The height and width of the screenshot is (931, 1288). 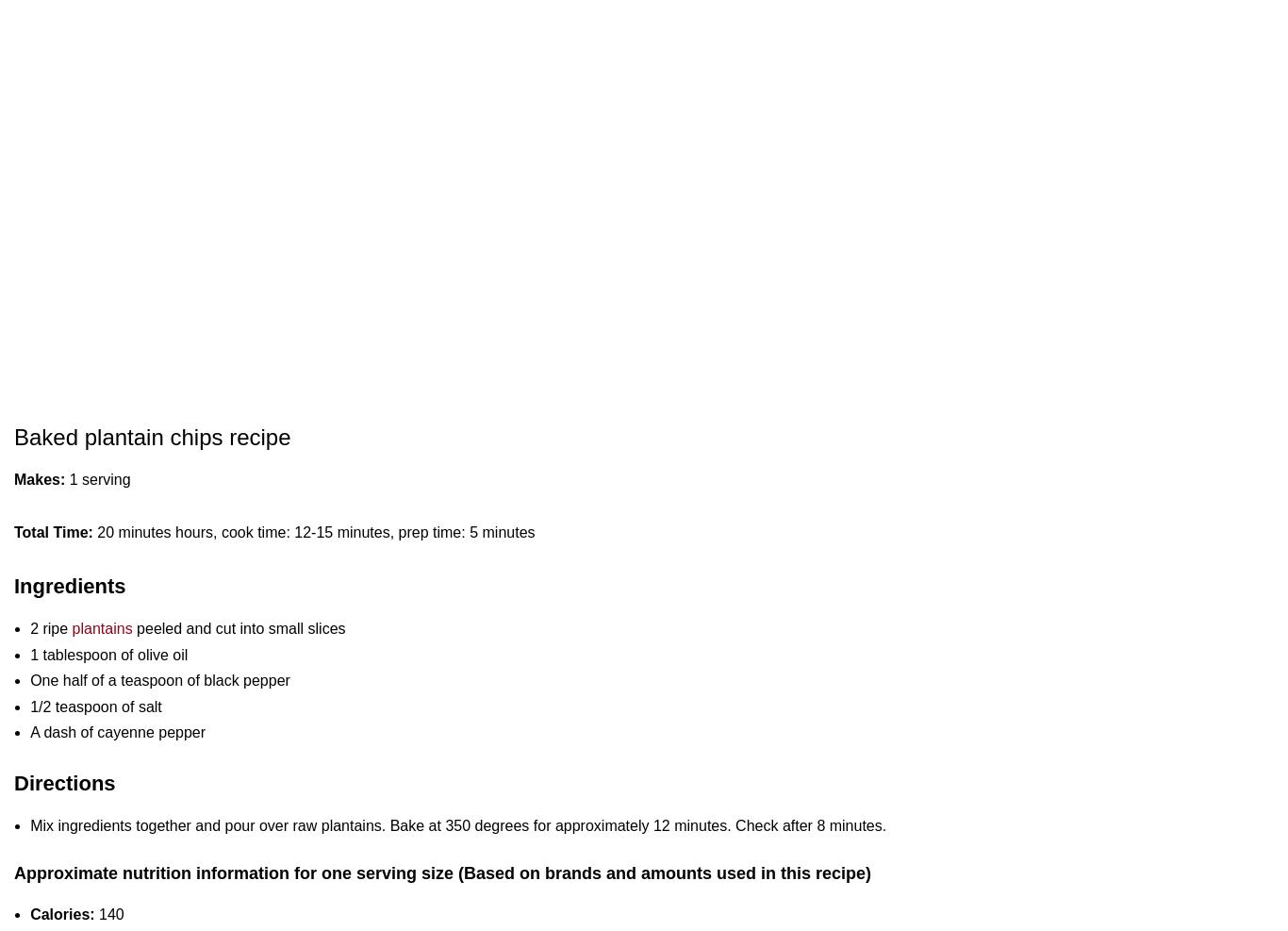 I want to click on 'plantains', so click(x=71, y=628).